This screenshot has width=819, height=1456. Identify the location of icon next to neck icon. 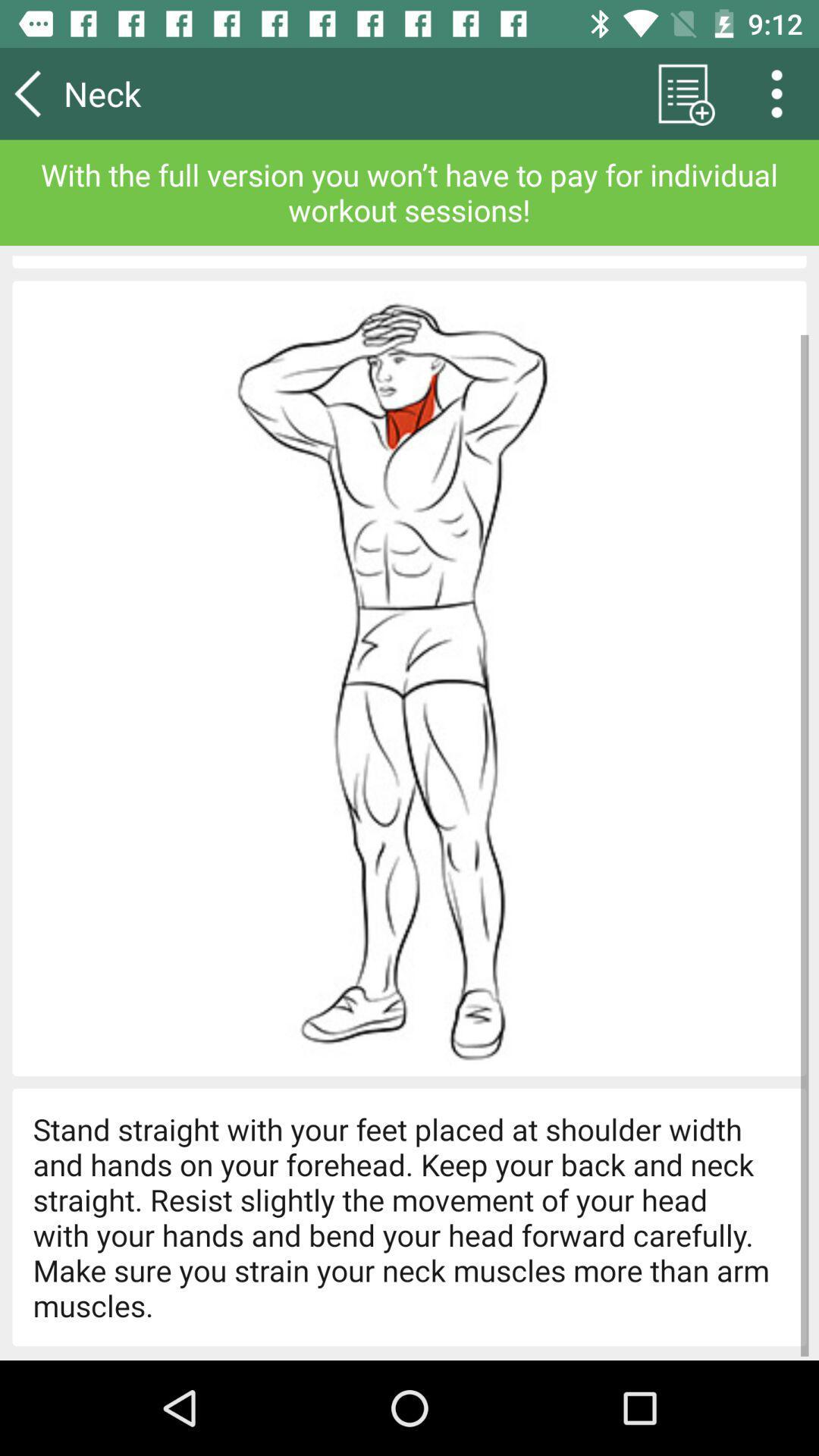
(682, 93).